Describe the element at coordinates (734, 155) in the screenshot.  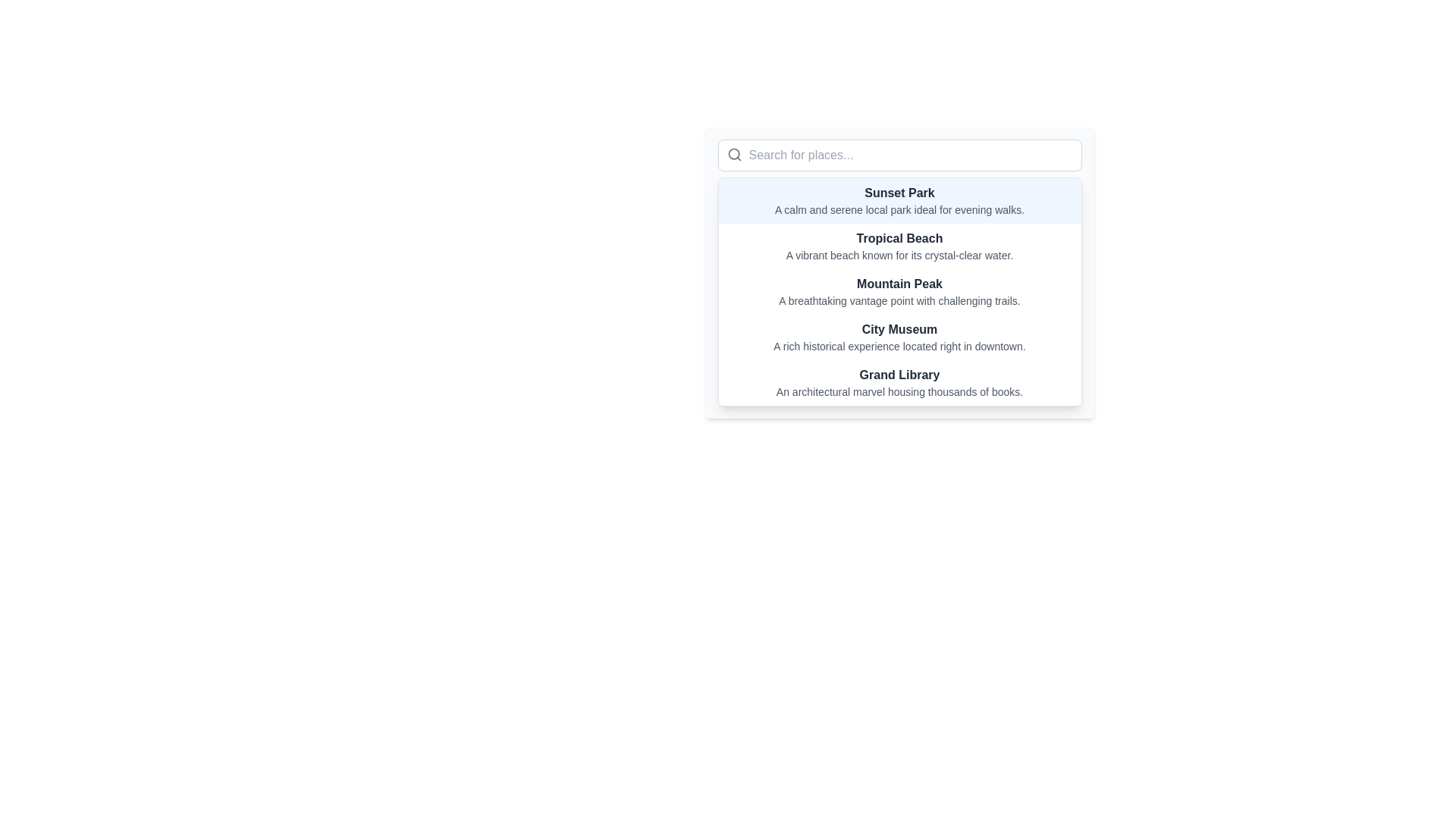
I see `adjacent to the search icon to focus the associated input field for searching` at that location.